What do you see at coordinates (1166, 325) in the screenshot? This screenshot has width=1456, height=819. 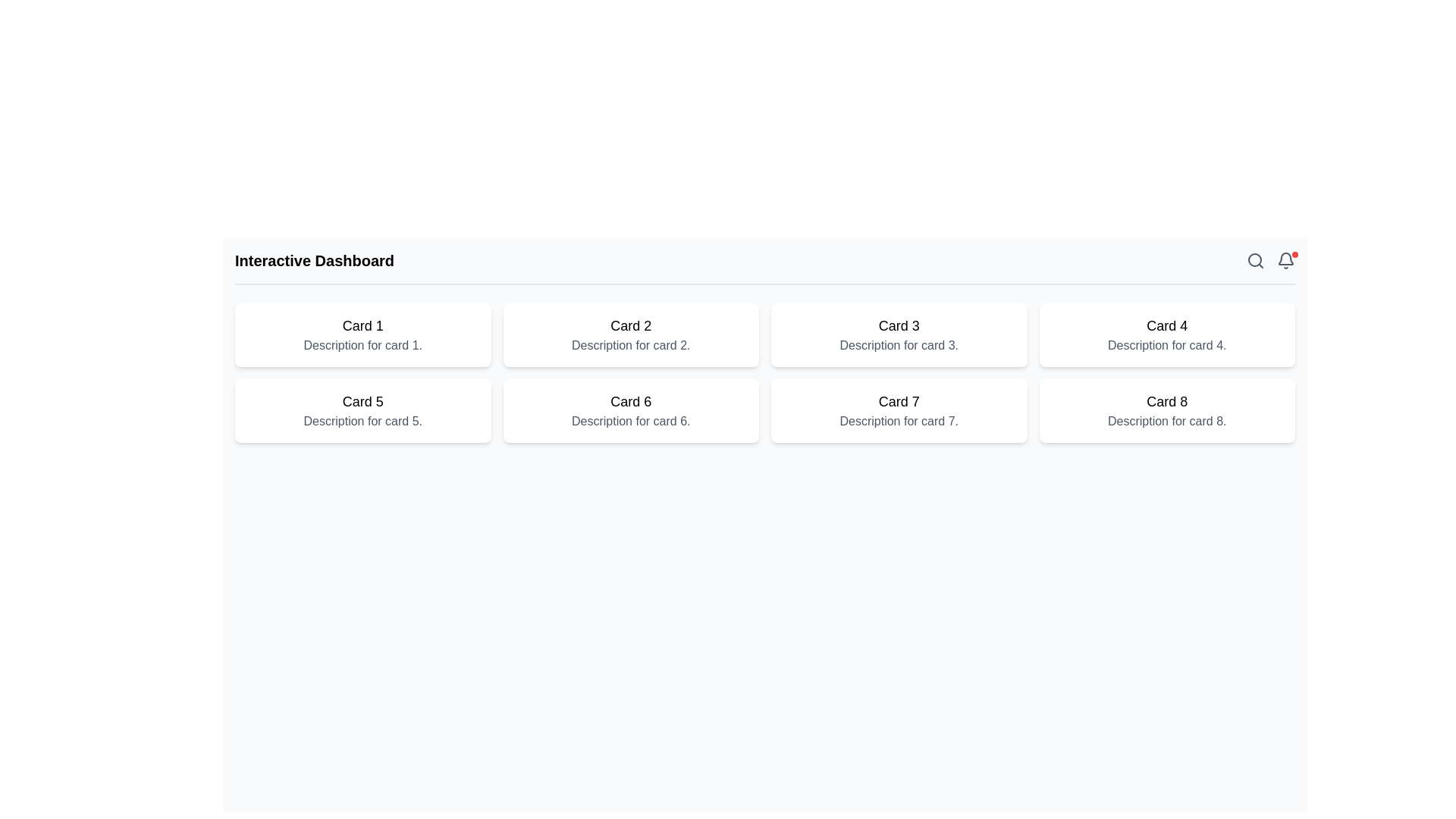 I see `the text label displaying 'Card 4', which is styled in bold and located in the top-central region of the fourth card in a grid layout` at bounding box center [1166, 325].